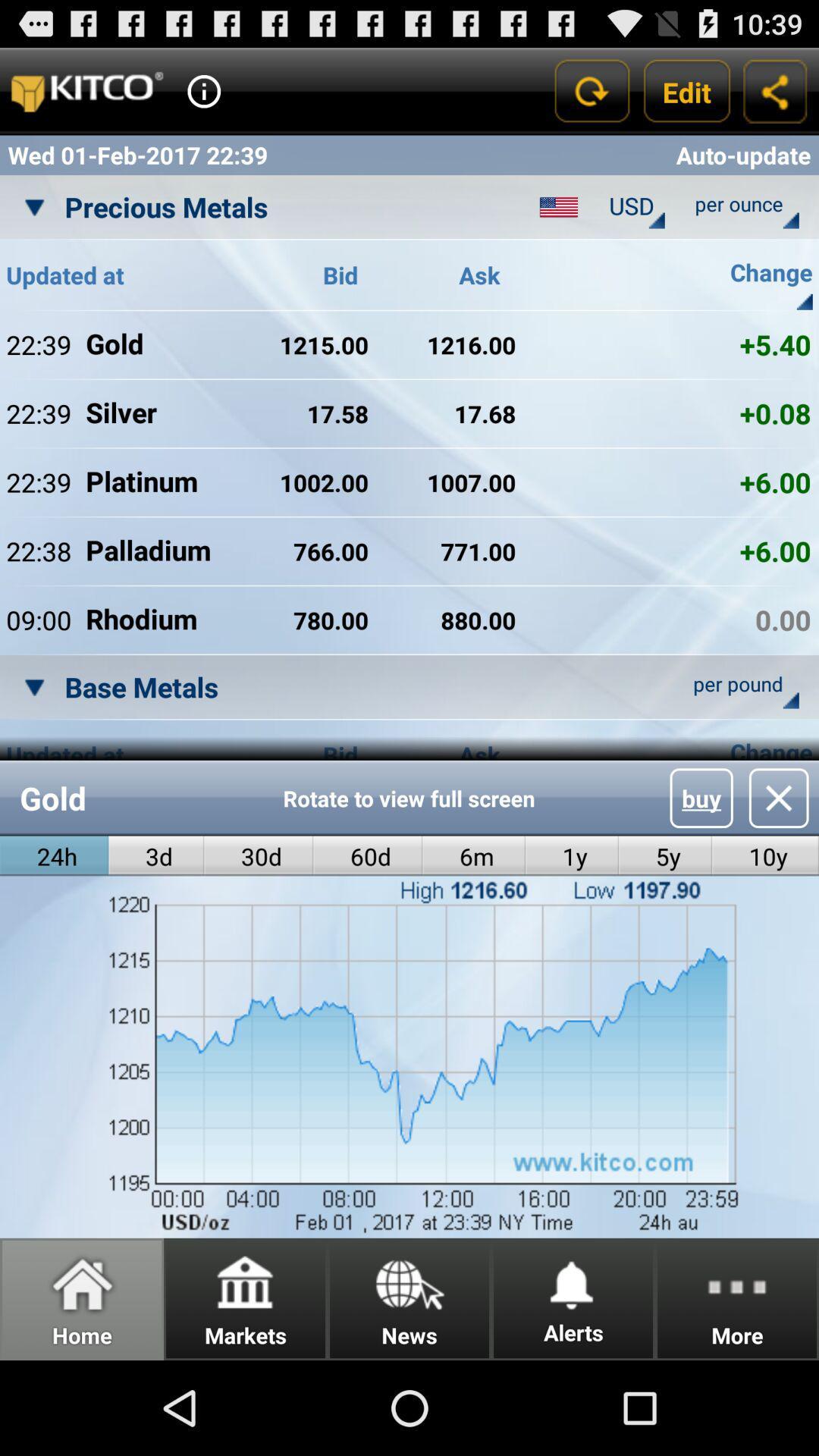 The height and width of the screenshot is (1456, 819). Describe the element at coordinates (156, 856) in the screenshot. I see `the 3d radio button` at that location.